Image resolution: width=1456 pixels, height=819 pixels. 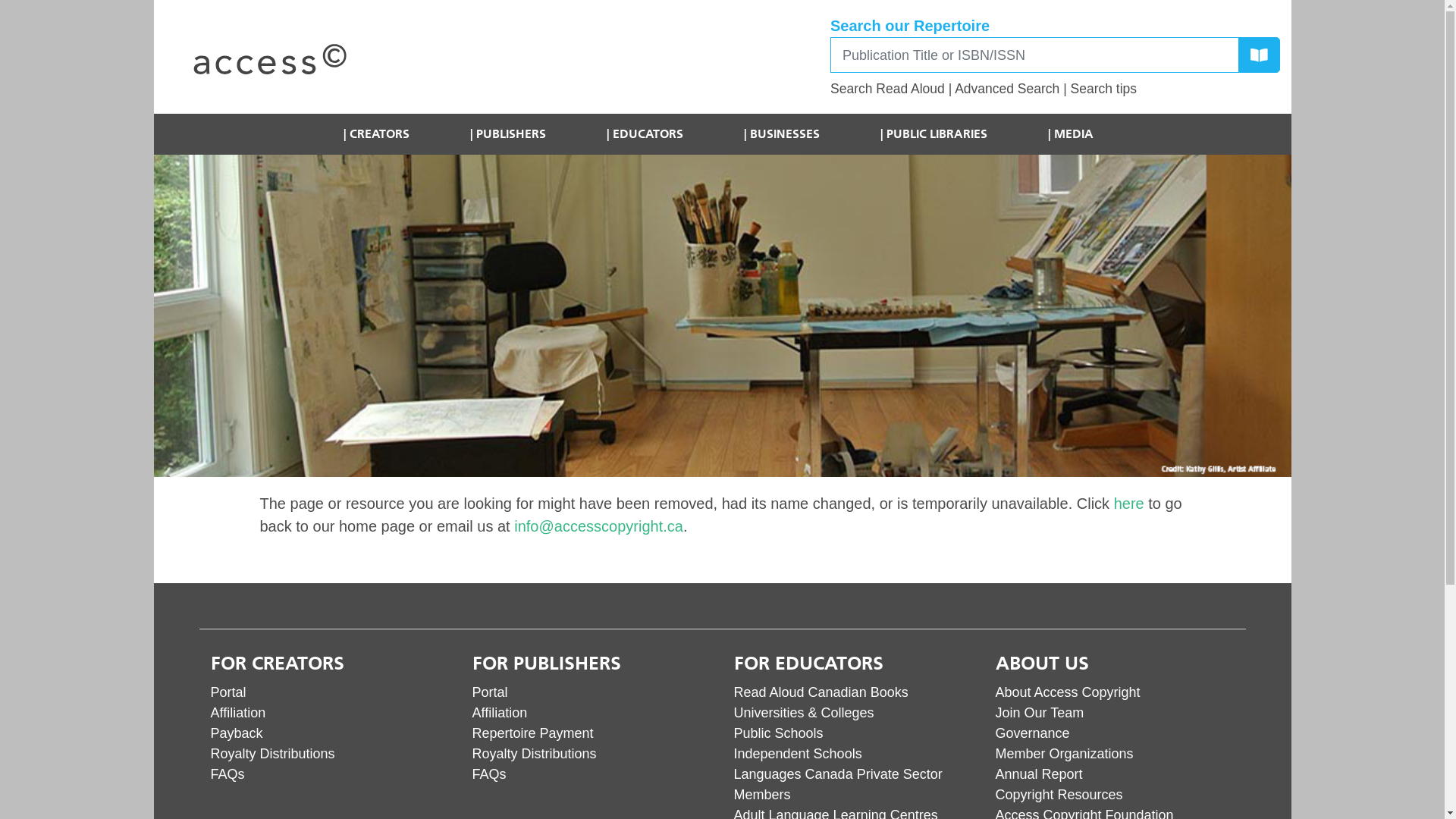 I want to click on 'Languages Canada Private Sector Members', so click(x=837, y=784).